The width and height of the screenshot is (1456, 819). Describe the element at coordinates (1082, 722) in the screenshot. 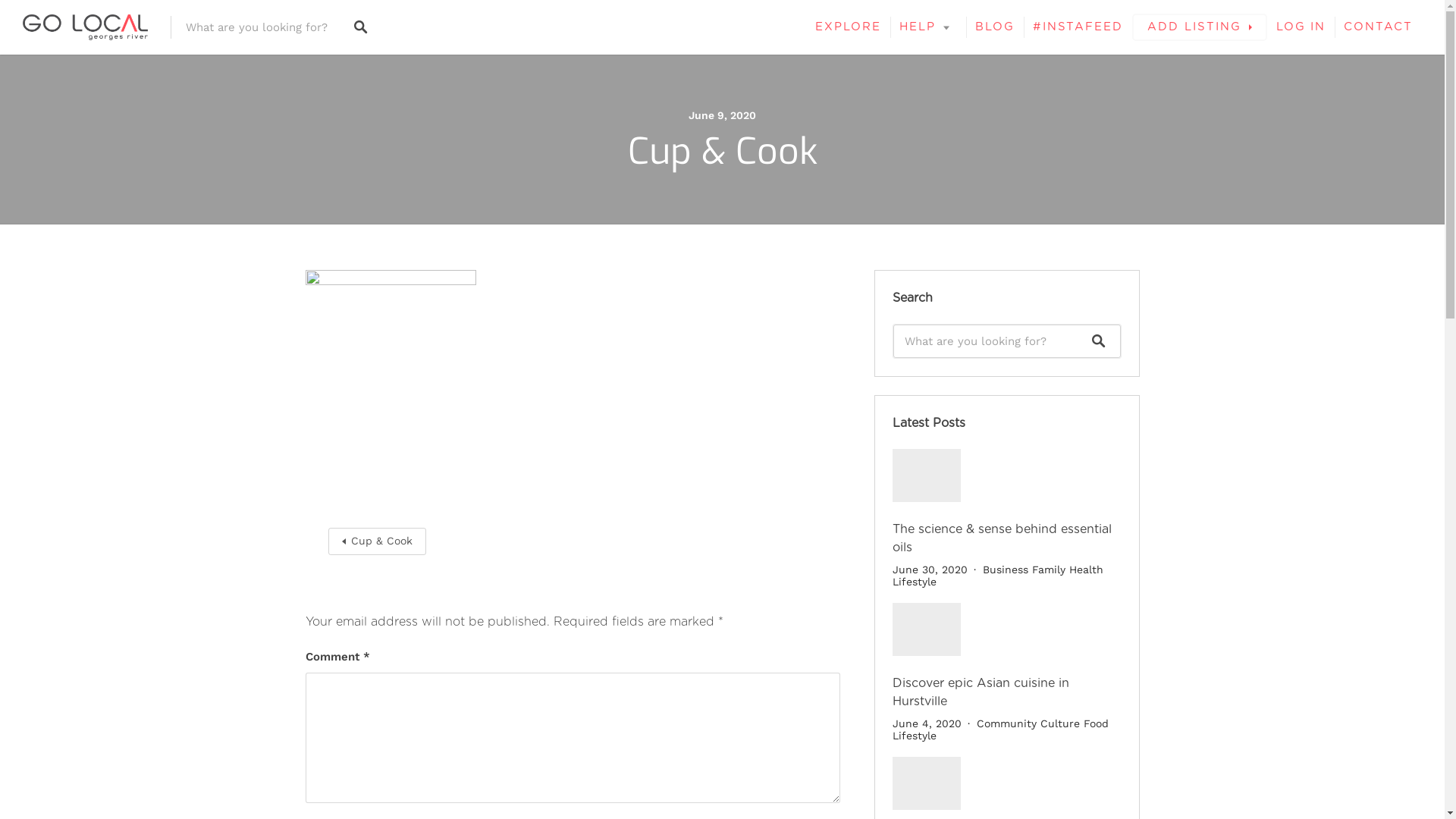

I see `'Food'` at that location.